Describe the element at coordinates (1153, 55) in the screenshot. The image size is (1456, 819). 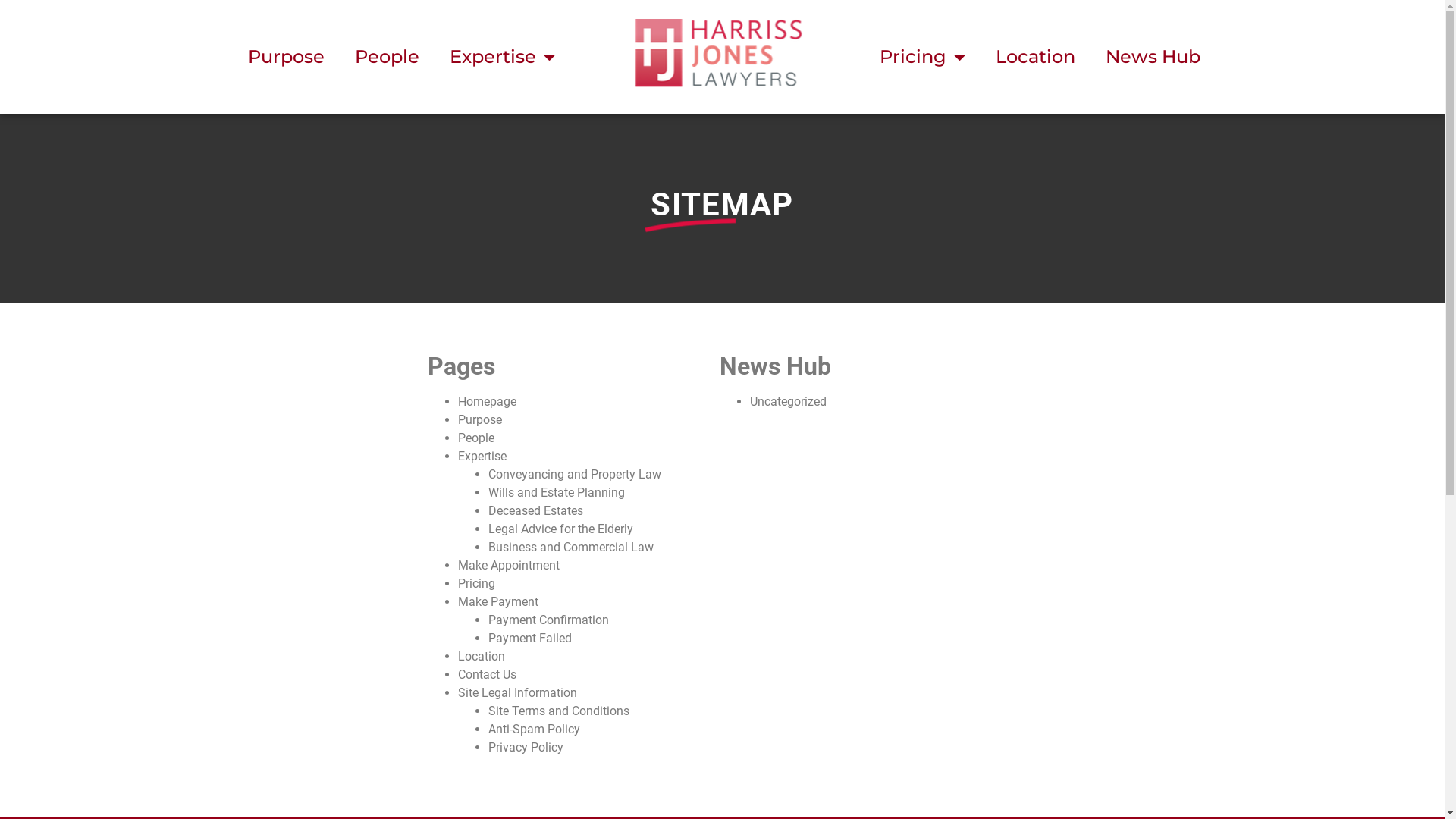
I see `'News Hub'` at that location.